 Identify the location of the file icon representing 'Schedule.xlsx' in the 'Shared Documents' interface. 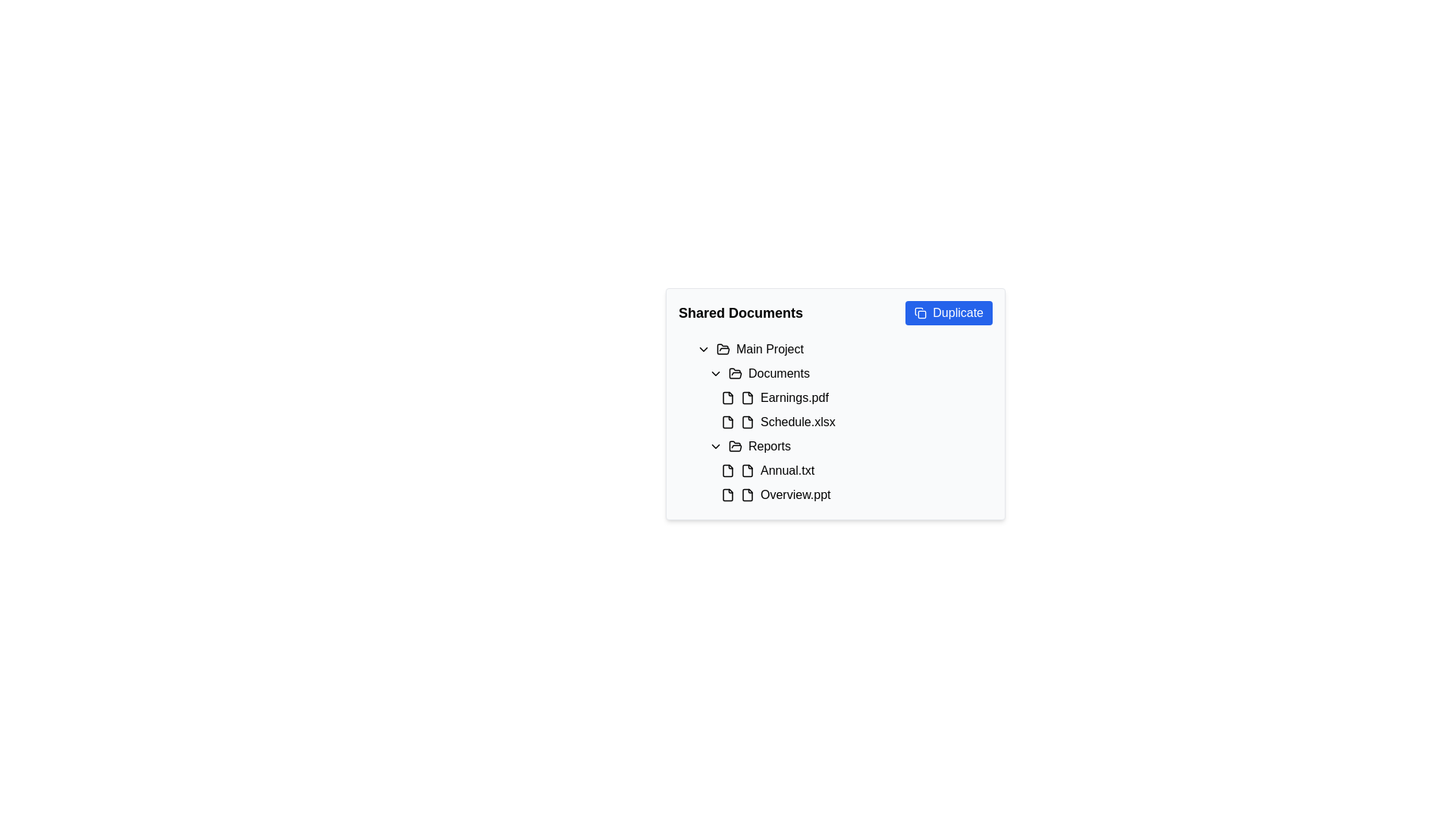
(747, 422).